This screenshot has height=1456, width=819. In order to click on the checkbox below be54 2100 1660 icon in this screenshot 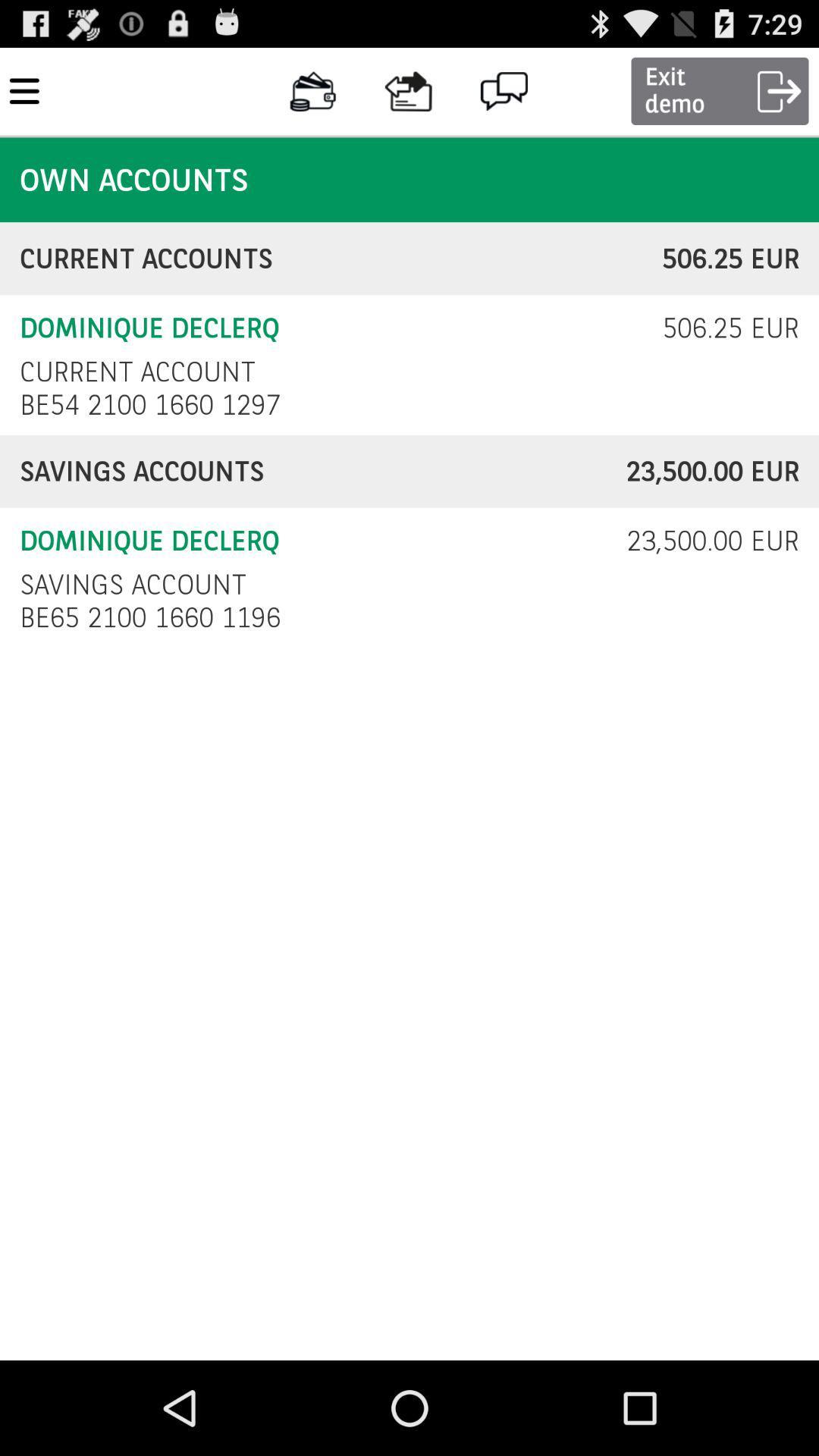, I will do `click(322, 471)`.